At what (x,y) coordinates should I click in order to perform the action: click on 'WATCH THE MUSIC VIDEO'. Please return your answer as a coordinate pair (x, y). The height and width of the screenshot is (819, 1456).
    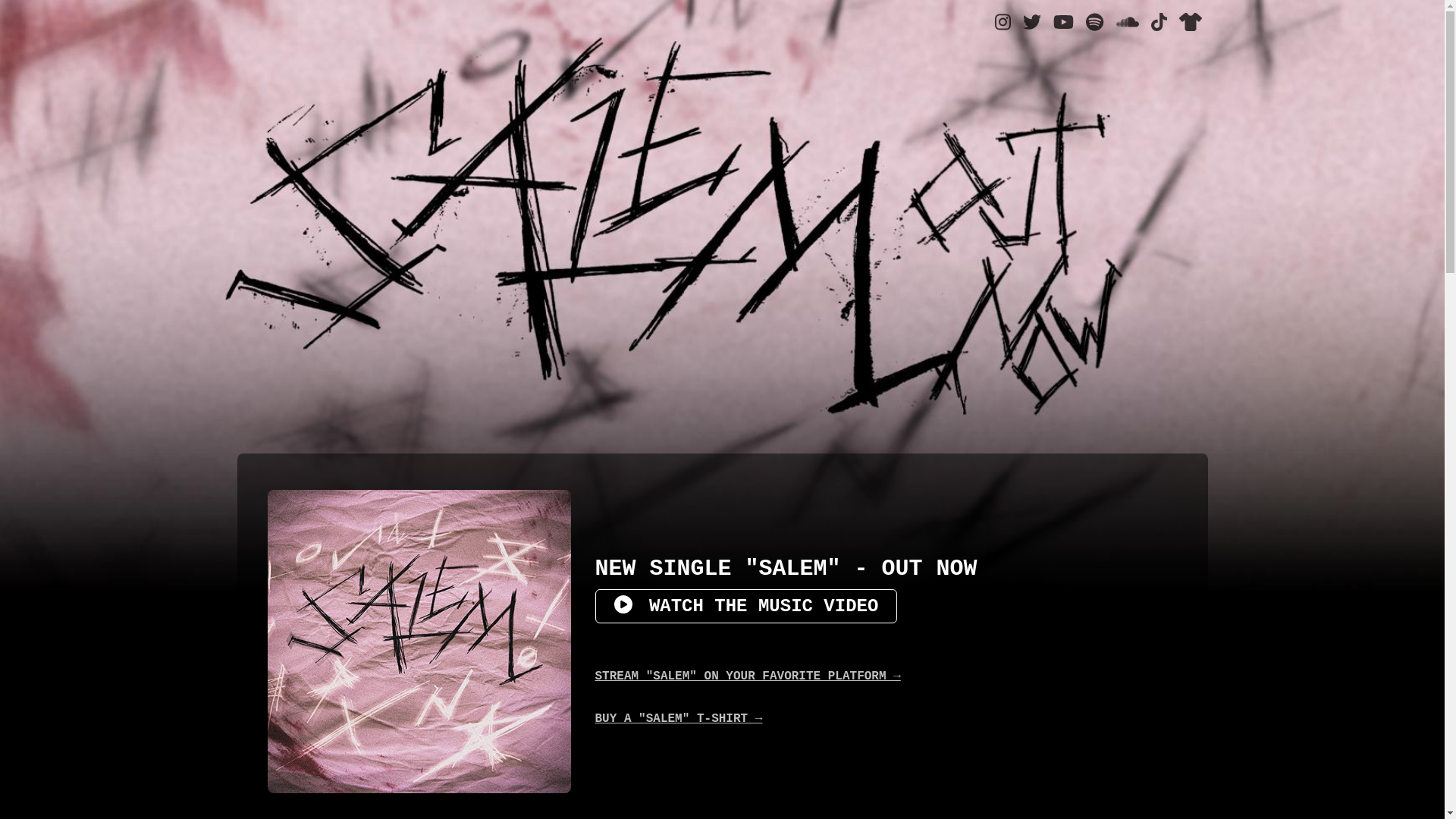
    Looking at the image, I should click on (745, 605).